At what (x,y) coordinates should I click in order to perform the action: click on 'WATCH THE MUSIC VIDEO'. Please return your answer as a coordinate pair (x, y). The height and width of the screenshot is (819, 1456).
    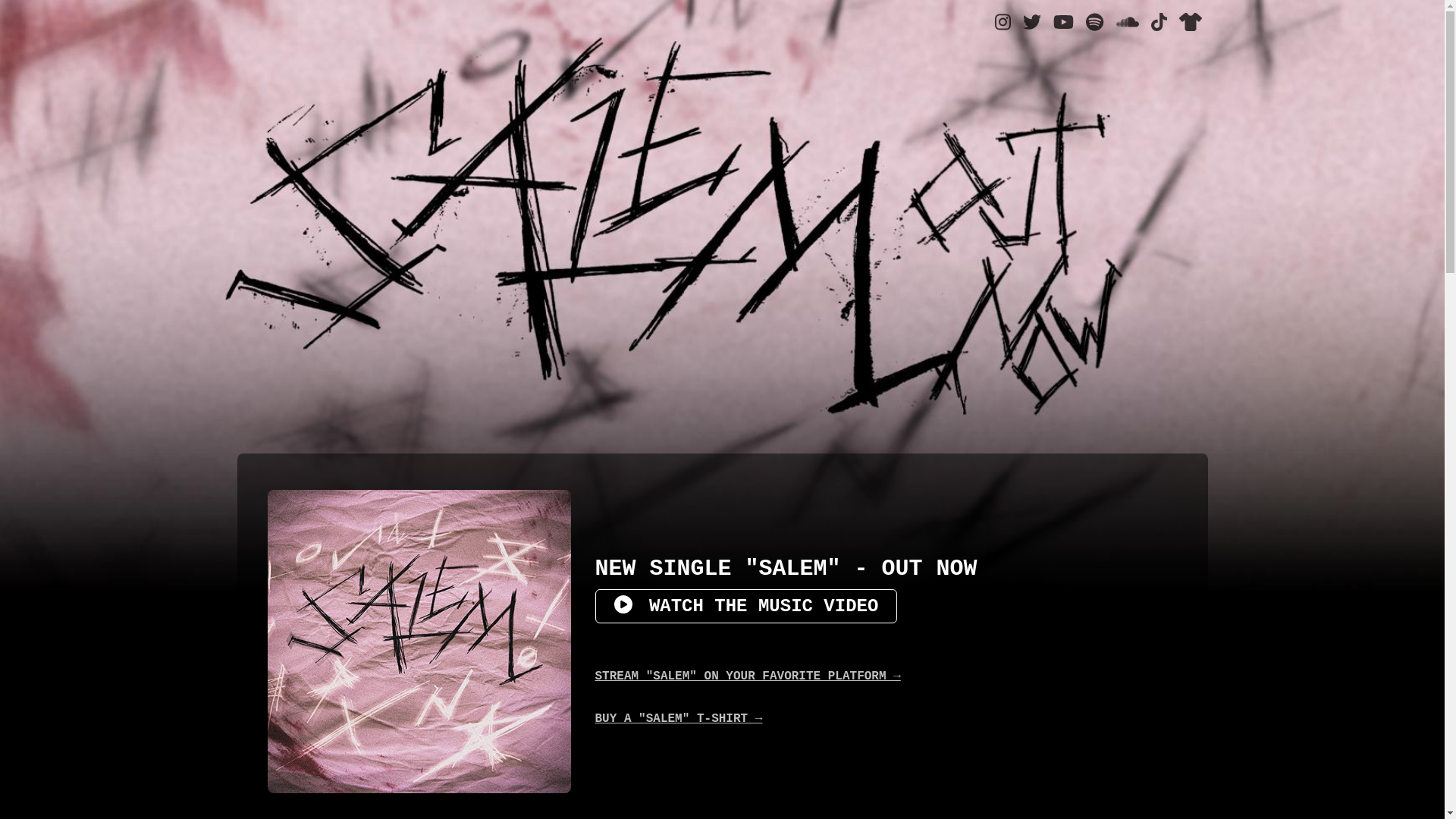
    Looking at the image, I should click on (745, 605).